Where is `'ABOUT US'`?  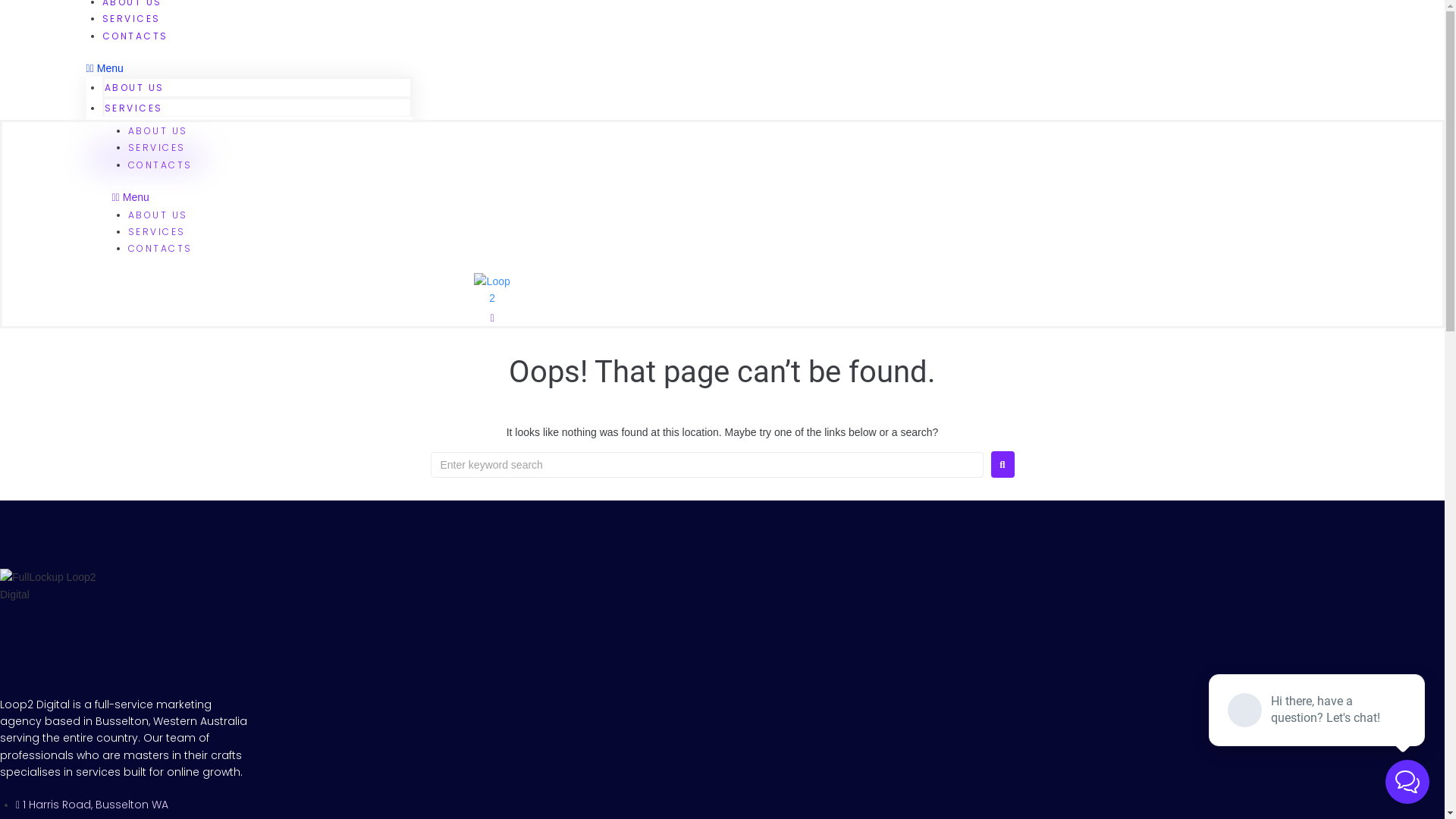
'ABOUT US' is located at coordinates (158, 130).